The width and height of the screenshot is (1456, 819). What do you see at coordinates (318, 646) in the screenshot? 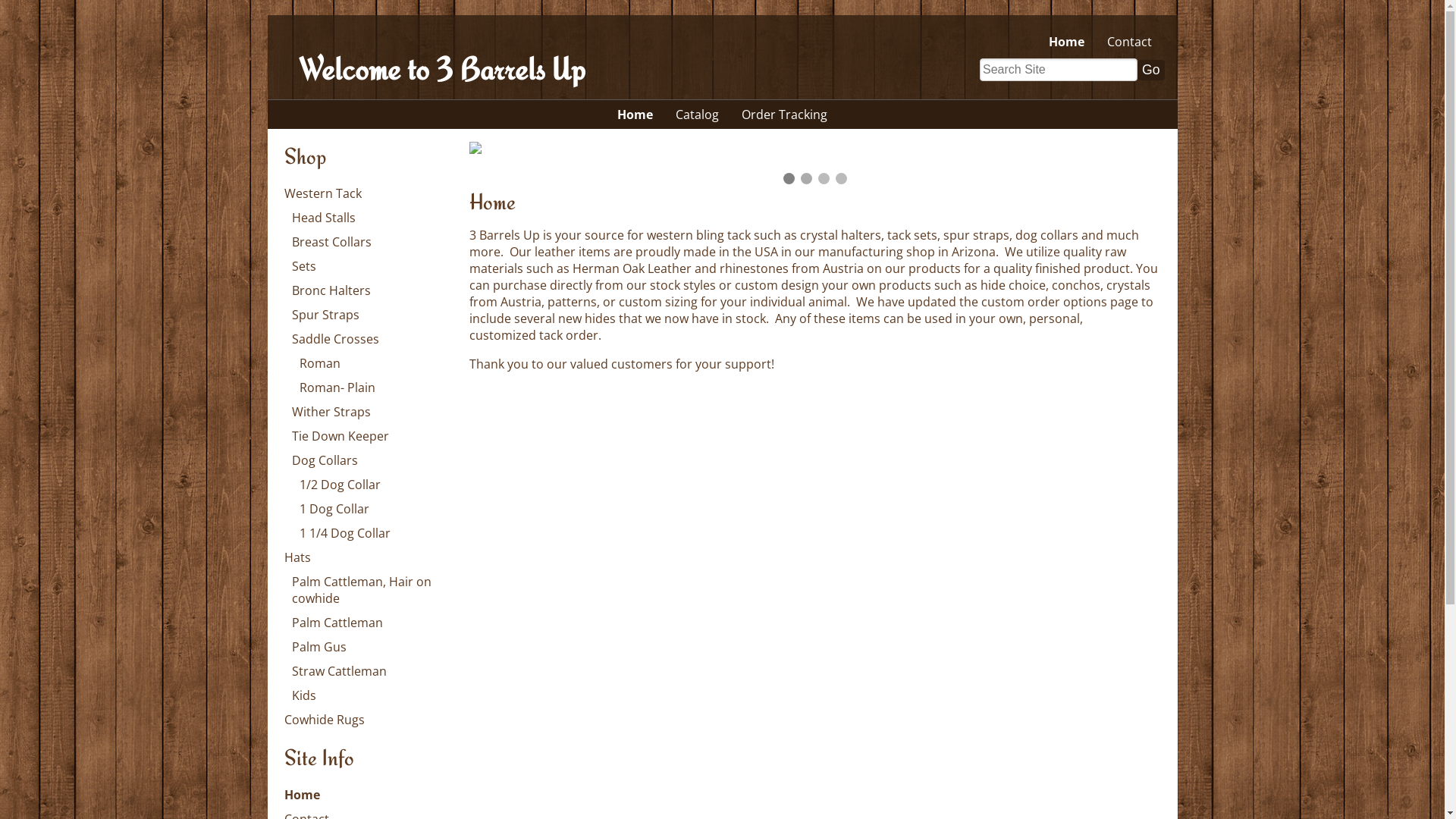
I see `'Palm Gus'` at bounding box center [318, 646].